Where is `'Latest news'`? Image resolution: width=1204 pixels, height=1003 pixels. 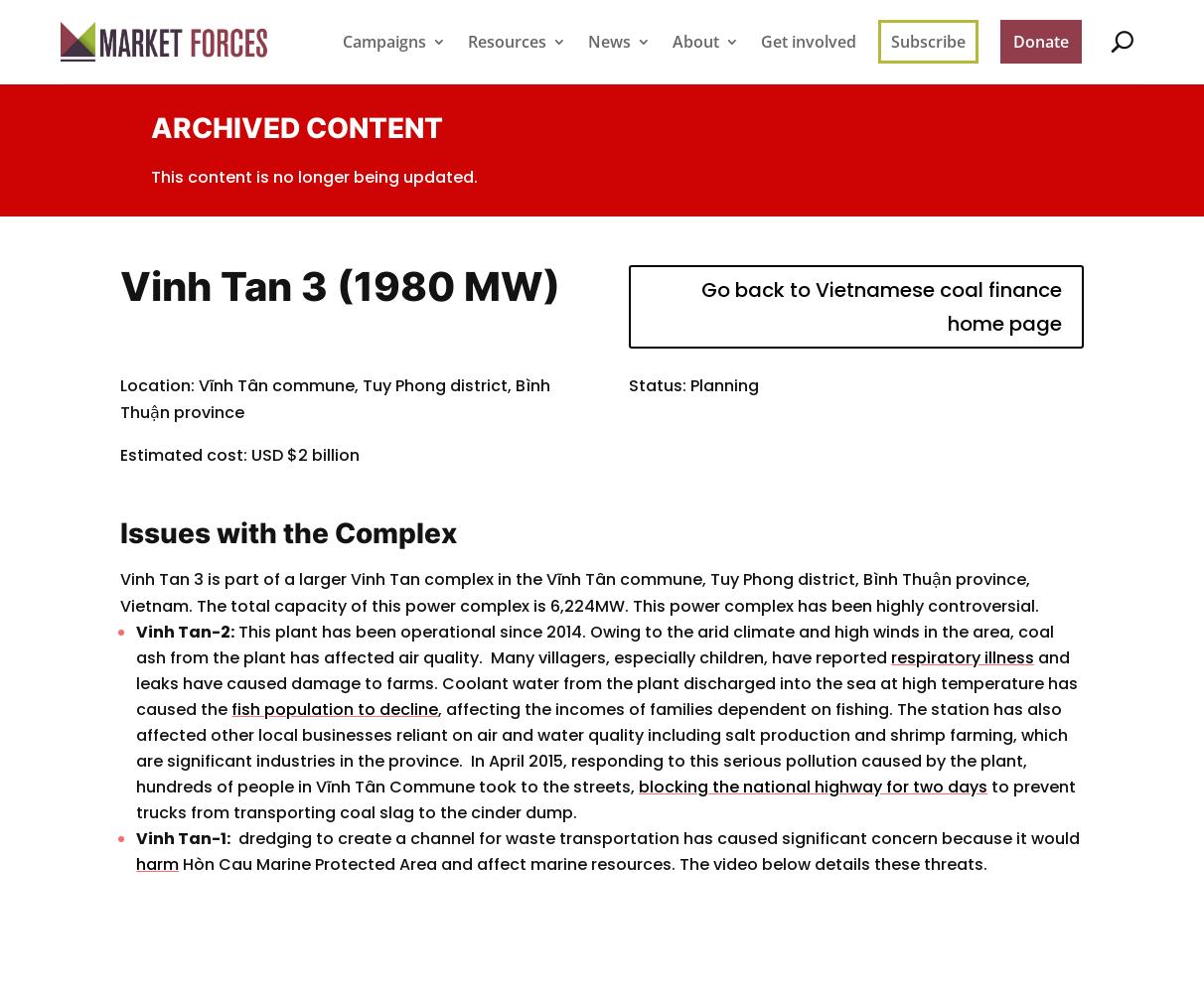 'Latest news' is located at coordinates (616, 113).